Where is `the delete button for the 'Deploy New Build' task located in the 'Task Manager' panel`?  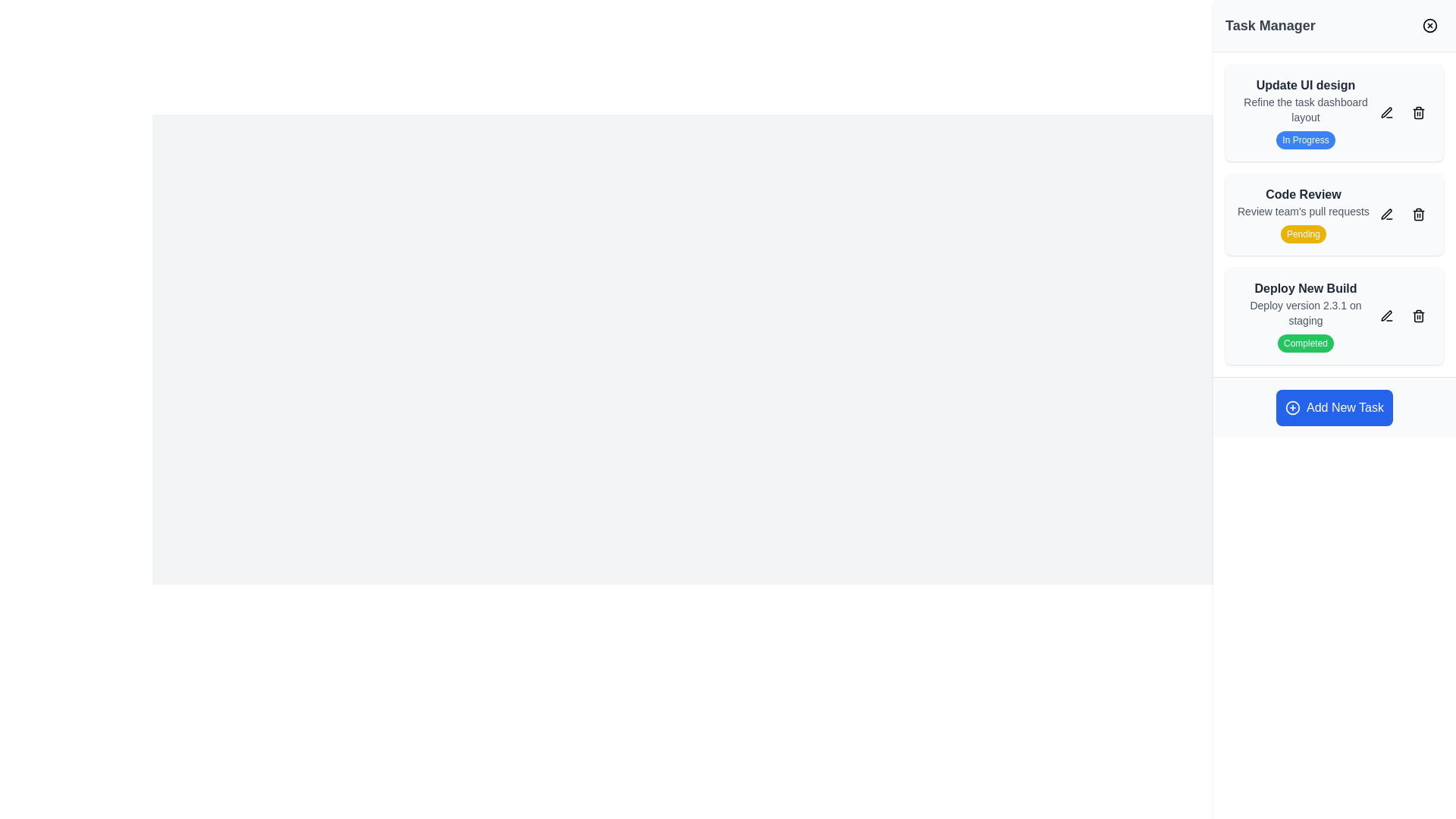 the delete button for the 'Deploy New Build' task located in the 'Task Manager' panel is located at coordinates (1418, 315).